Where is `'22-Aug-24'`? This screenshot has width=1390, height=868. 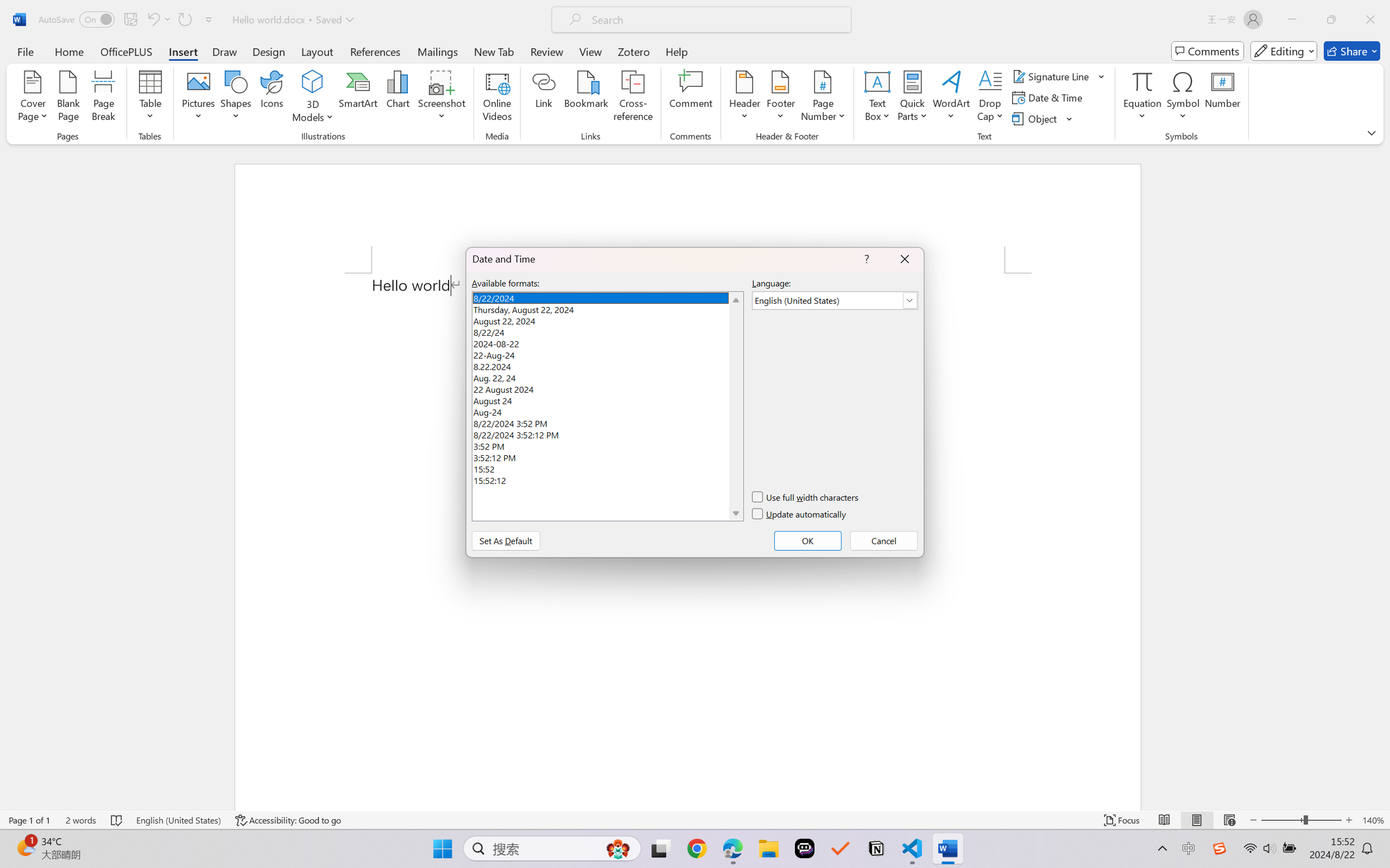
'22-Aug-24' is located at coordinates (607, 353).